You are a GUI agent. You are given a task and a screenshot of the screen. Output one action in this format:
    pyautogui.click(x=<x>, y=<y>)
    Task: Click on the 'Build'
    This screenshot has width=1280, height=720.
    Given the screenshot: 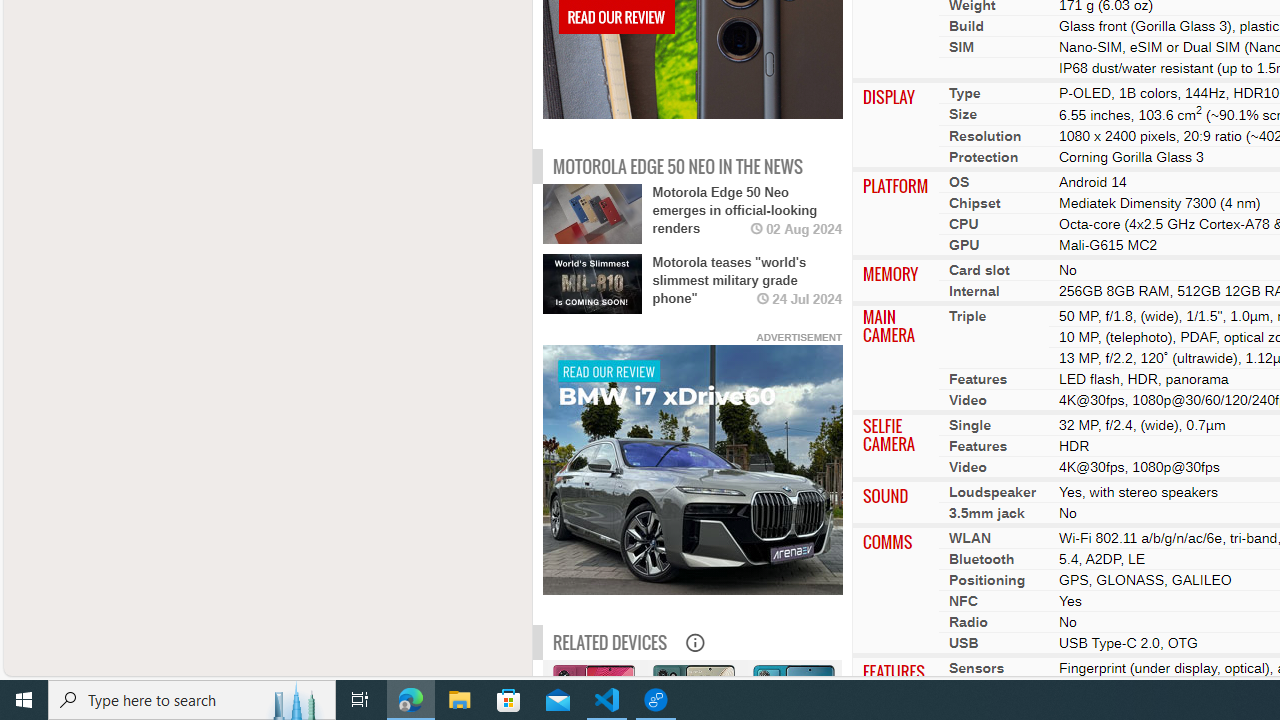 What is the action you would take?
    pyautogui.click(x=966, y=25)
    